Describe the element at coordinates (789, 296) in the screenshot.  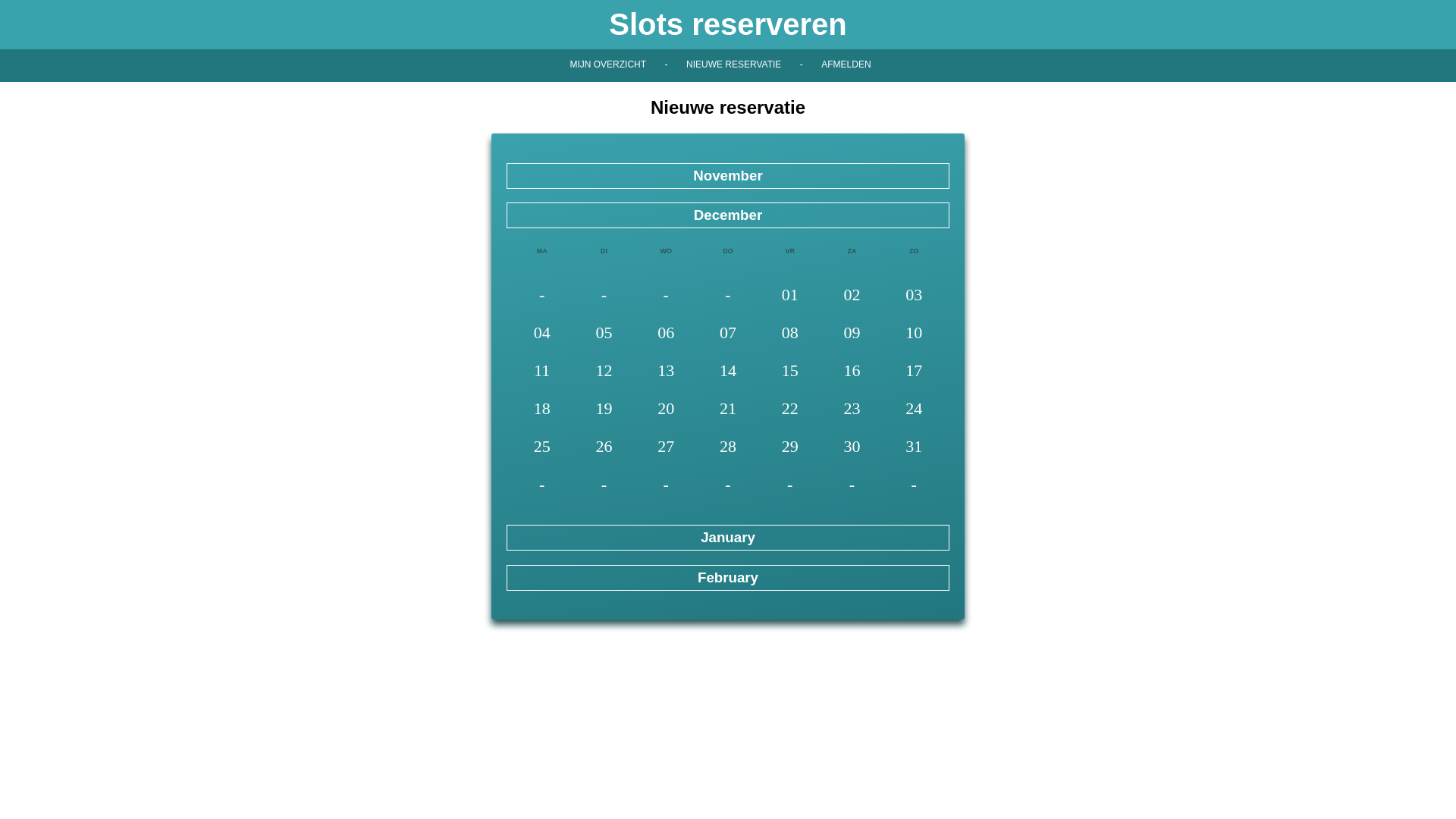
I see `'01'` at that location.